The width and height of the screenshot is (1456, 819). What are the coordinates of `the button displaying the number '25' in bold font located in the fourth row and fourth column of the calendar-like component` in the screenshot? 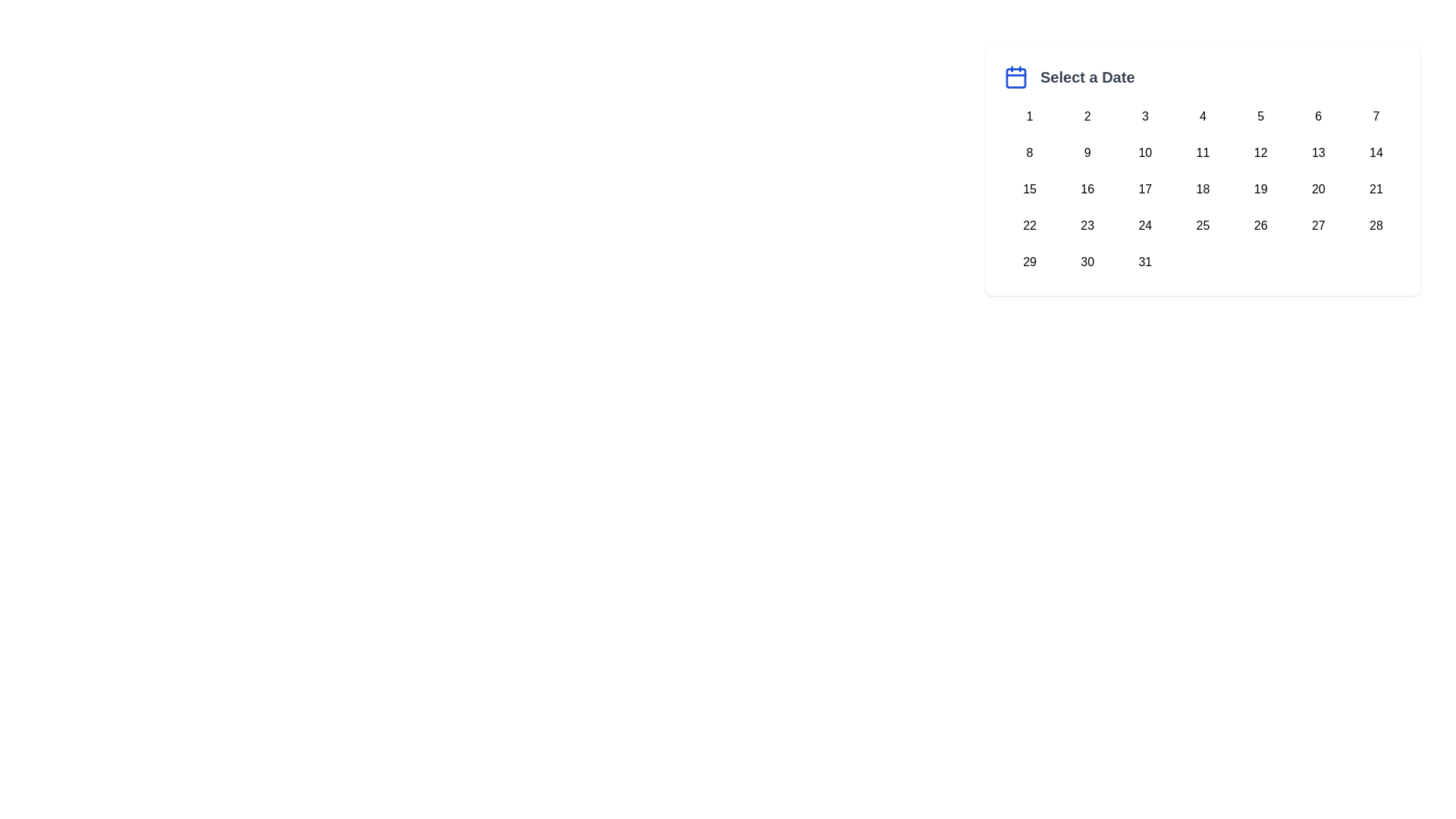 It's located at (1202, 225).